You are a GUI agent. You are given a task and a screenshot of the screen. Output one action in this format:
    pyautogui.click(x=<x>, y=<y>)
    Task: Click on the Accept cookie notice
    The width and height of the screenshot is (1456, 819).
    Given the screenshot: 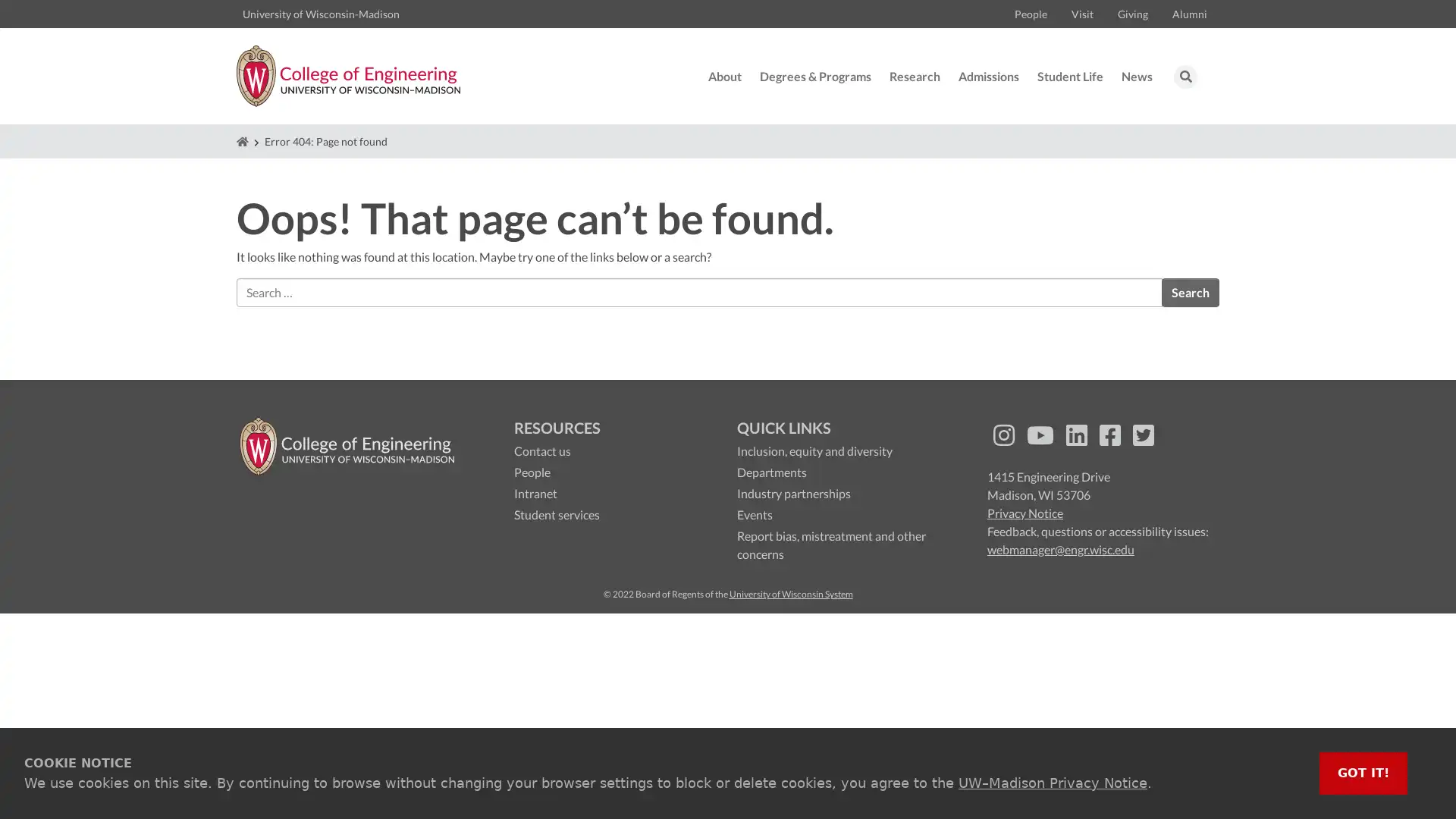 What is the action you would take?
    pyautogui.click(x=1363, y=773)
    